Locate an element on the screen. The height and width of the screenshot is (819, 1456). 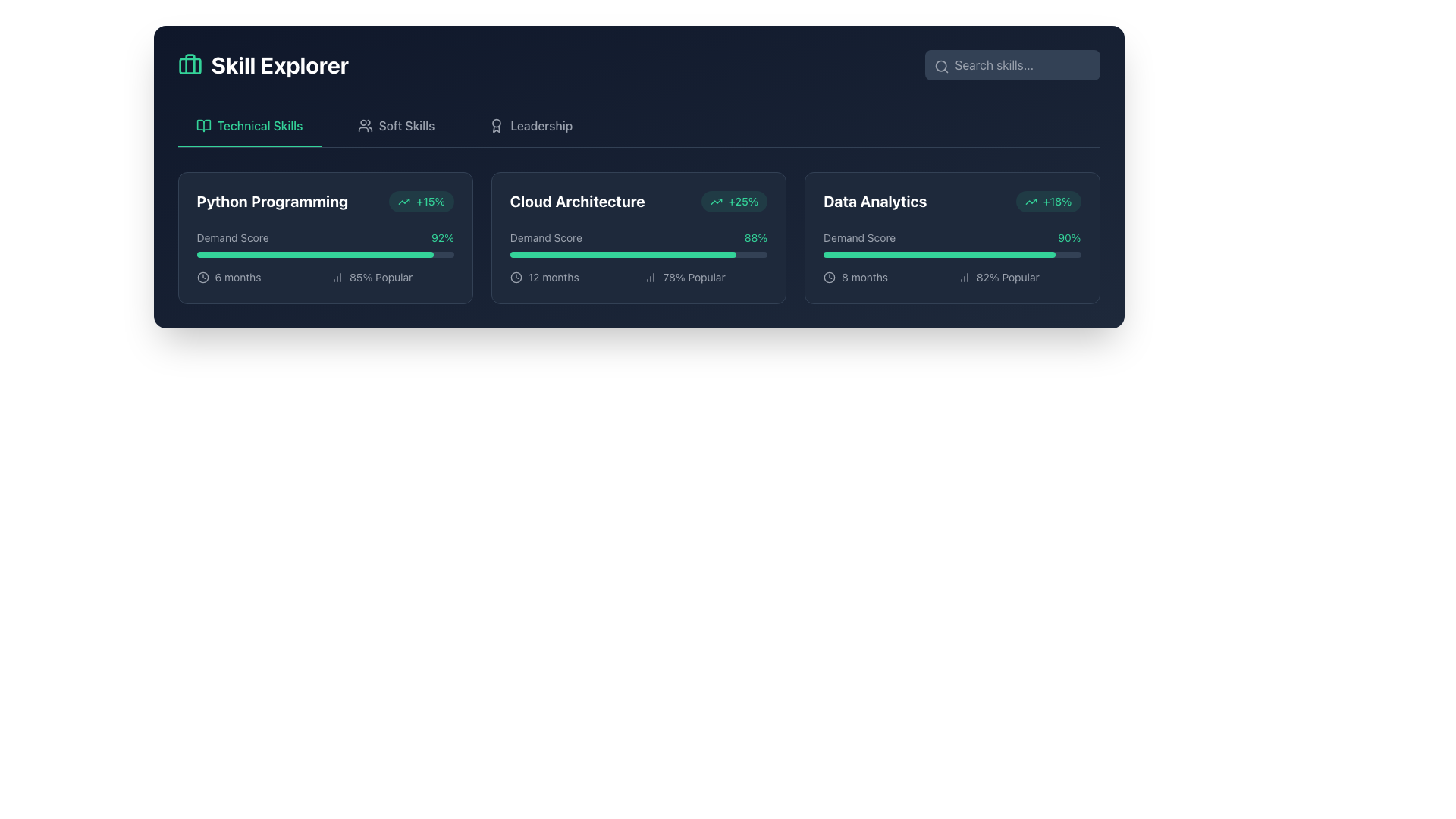
the text label reading 'Demand Score' which is displayed in a light font color on a dark background, located in the card for 'Cloud Architecture' near the middle-left section, above the numeric value '88%' is located at coordinates (546, 237).